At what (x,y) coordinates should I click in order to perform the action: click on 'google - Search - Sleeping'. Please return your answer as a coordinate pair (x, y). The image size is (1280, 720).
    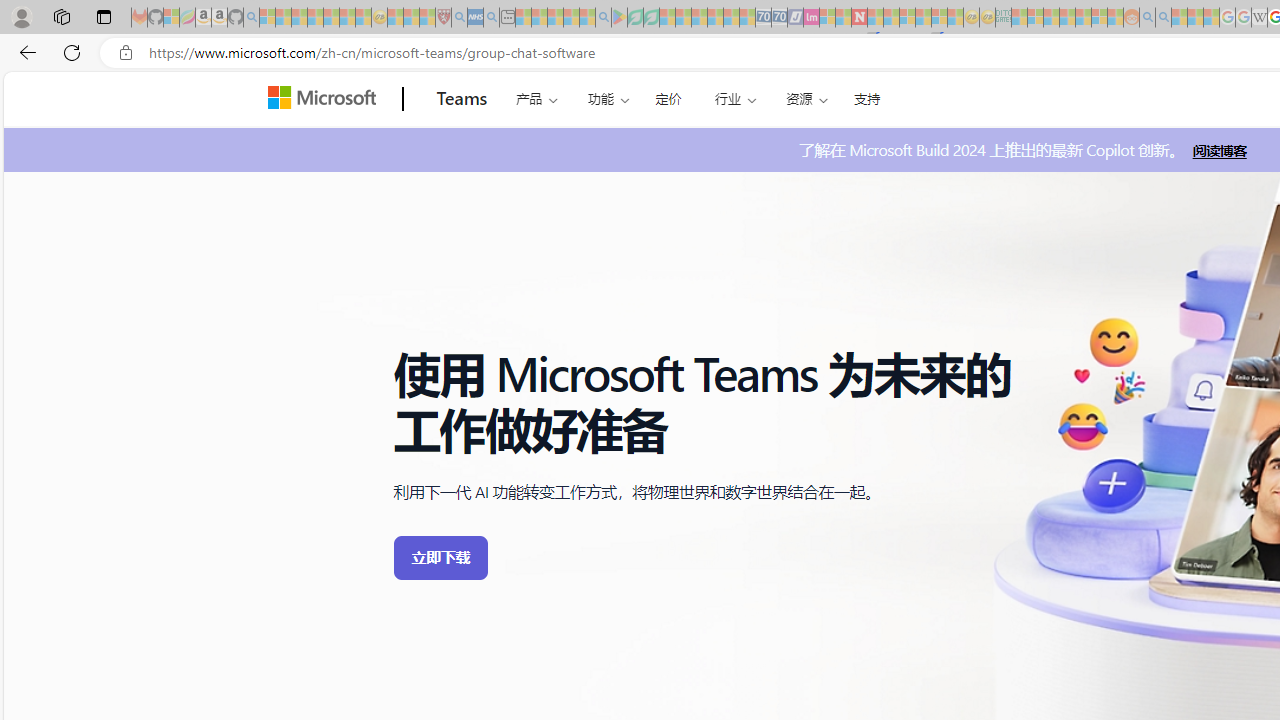
    Looking at the image, I should click on (602, 17).